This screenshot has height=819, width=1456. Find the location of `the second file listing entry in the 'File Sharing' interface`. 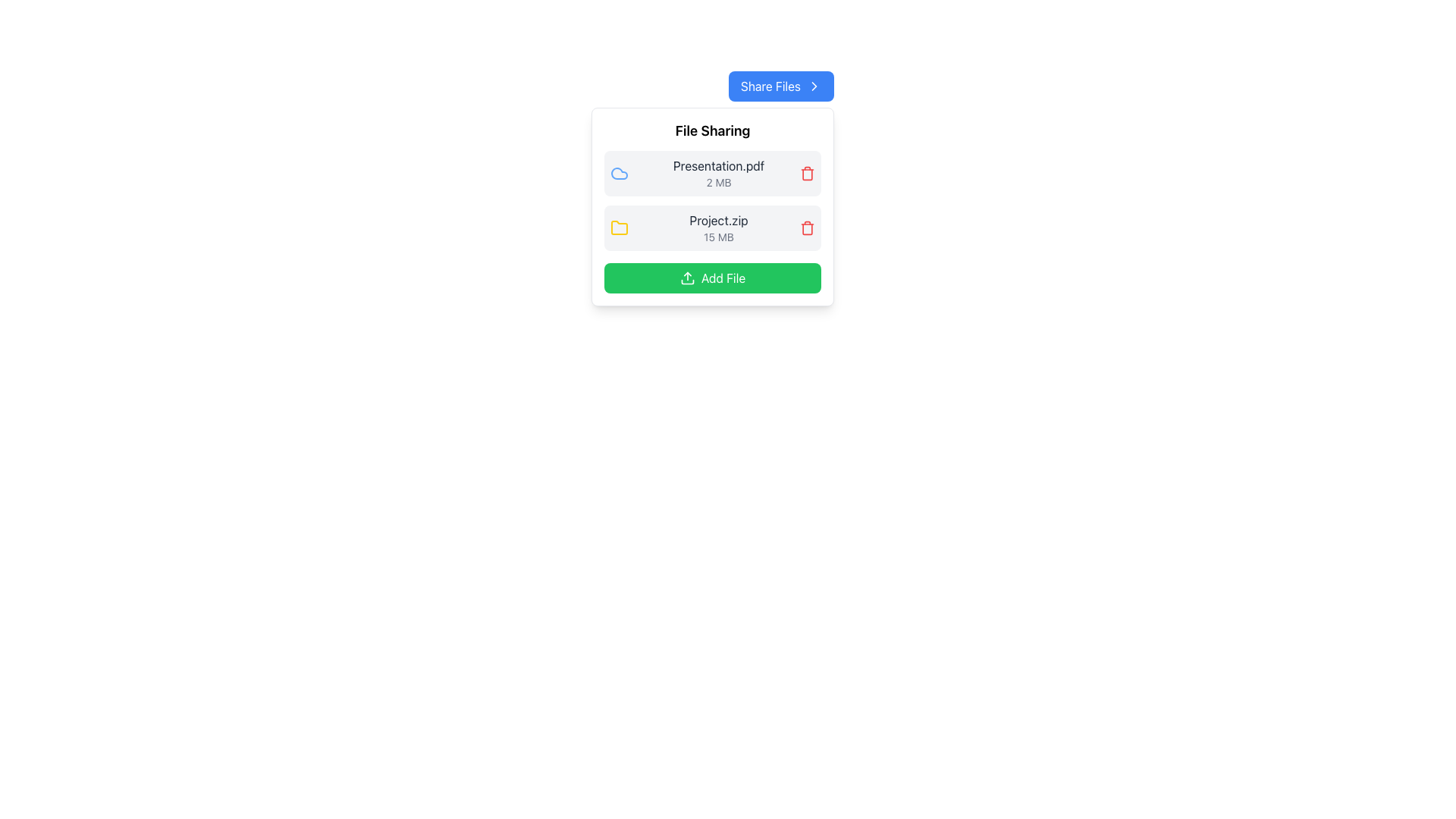

the second file listing entry in the 'File Sharing' interface is located at coordinates (712, 227).